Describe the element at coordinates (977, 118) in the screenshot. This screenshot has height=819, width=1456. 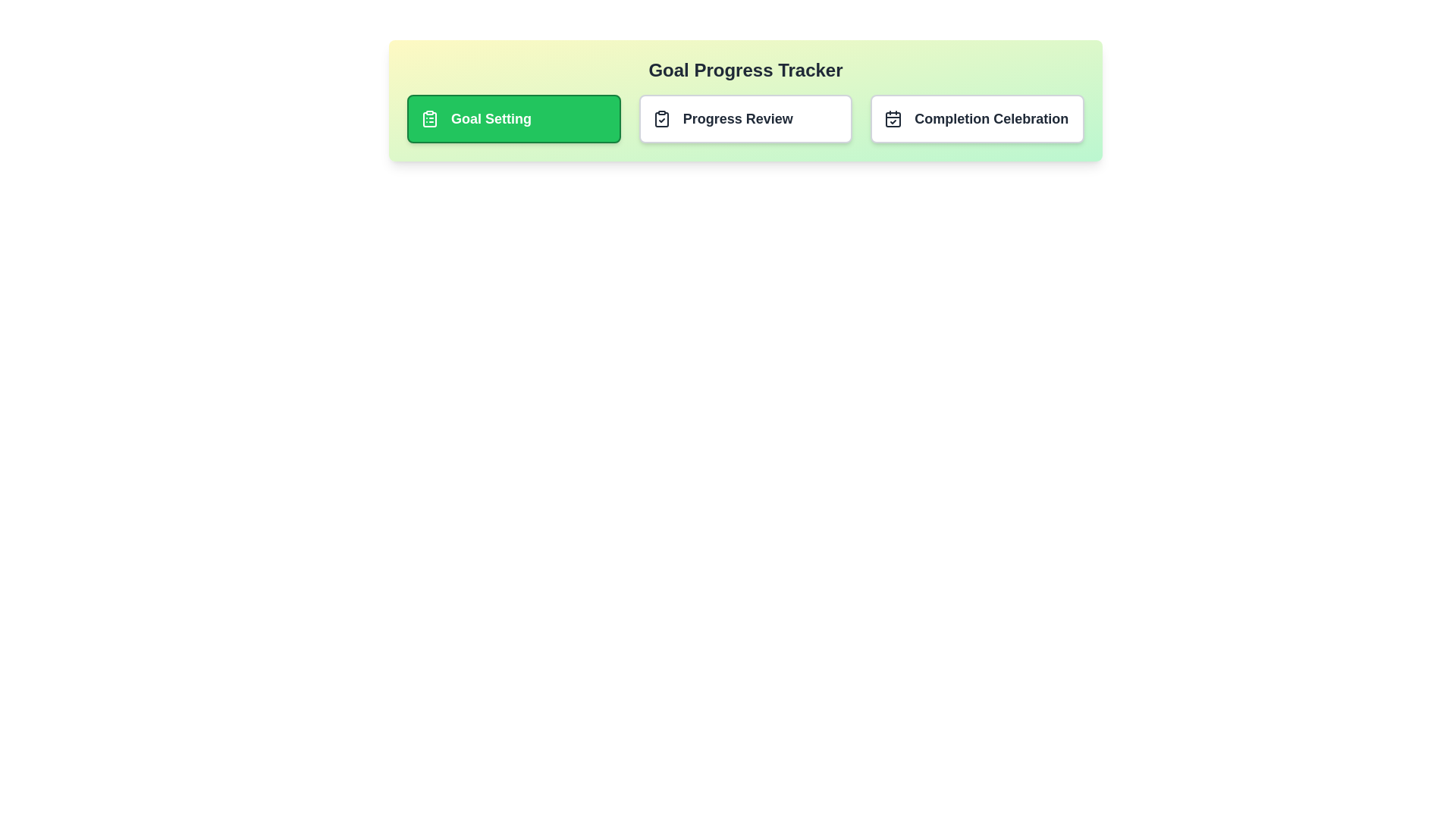
I see `the milestone card for Completion Celebration to observe the hover effect` at that location.